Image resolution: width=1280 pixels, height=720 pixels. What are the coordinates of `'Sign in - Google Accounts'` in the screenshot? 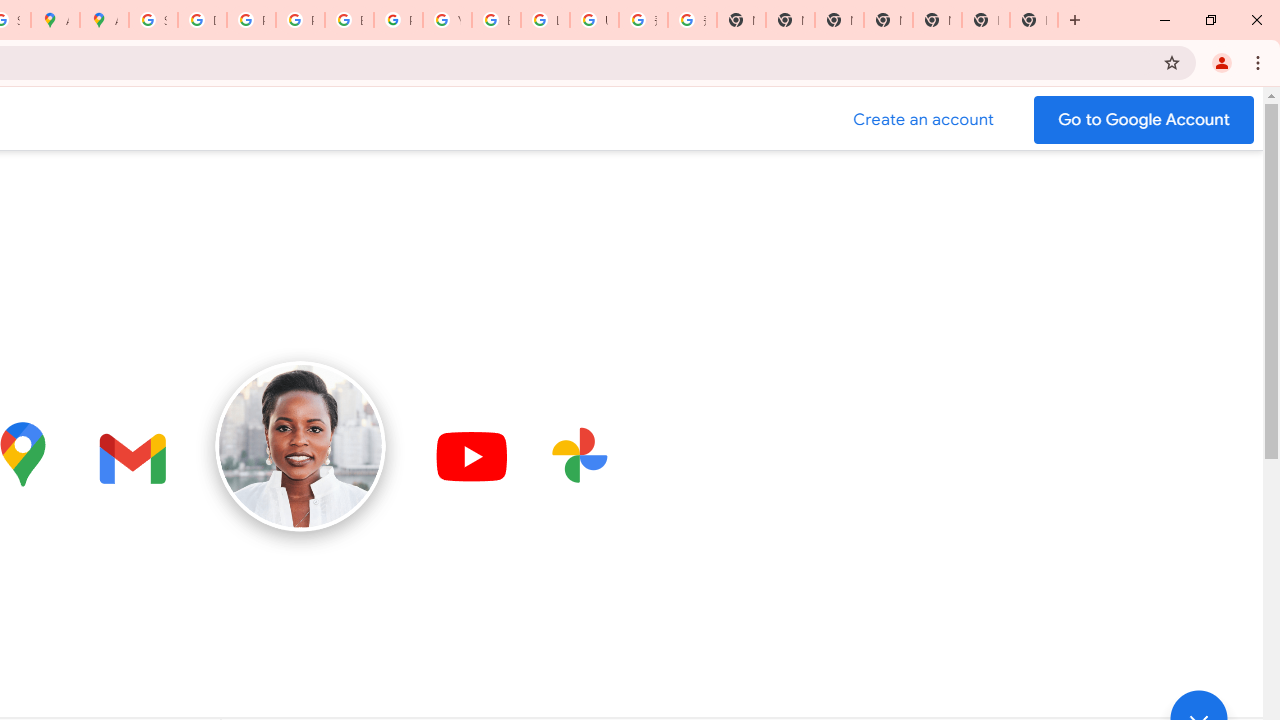 It's located at (152, 20).